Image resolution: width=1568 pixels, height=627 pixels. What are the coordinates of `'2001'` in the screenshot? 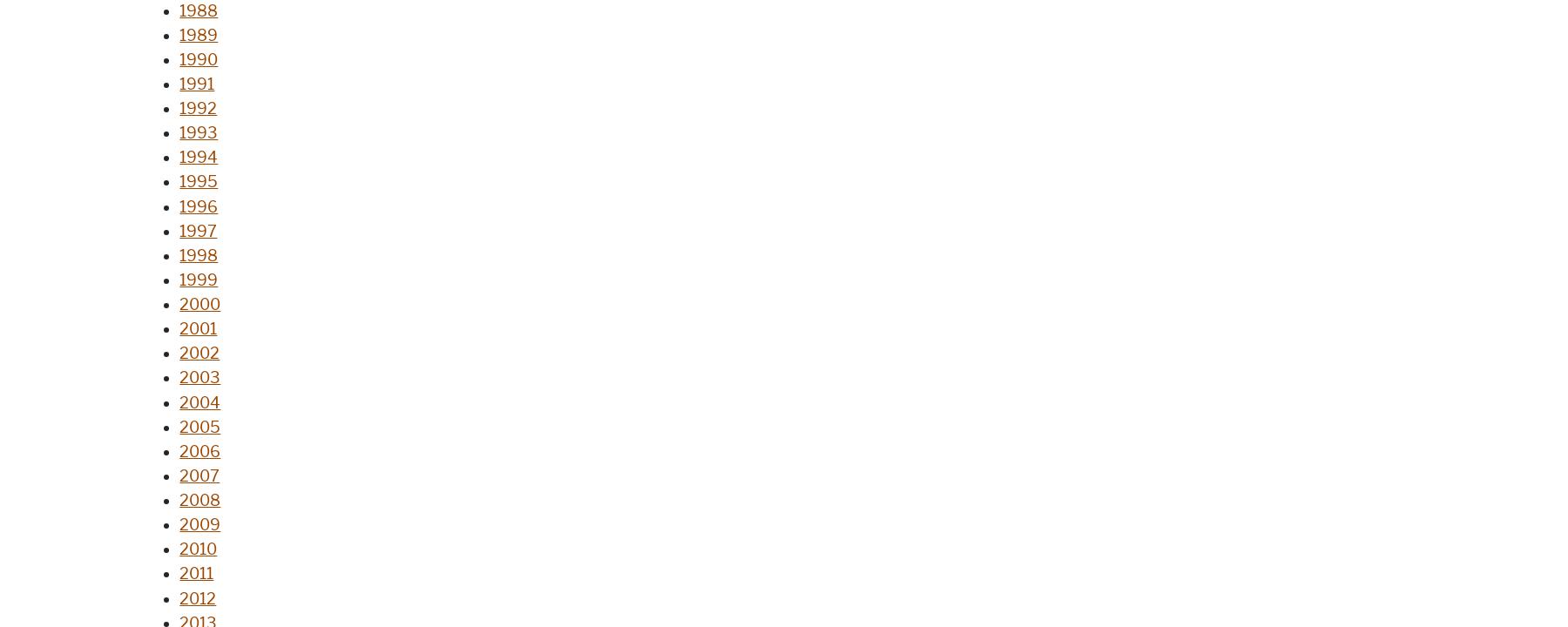 It's located at (197, 329).